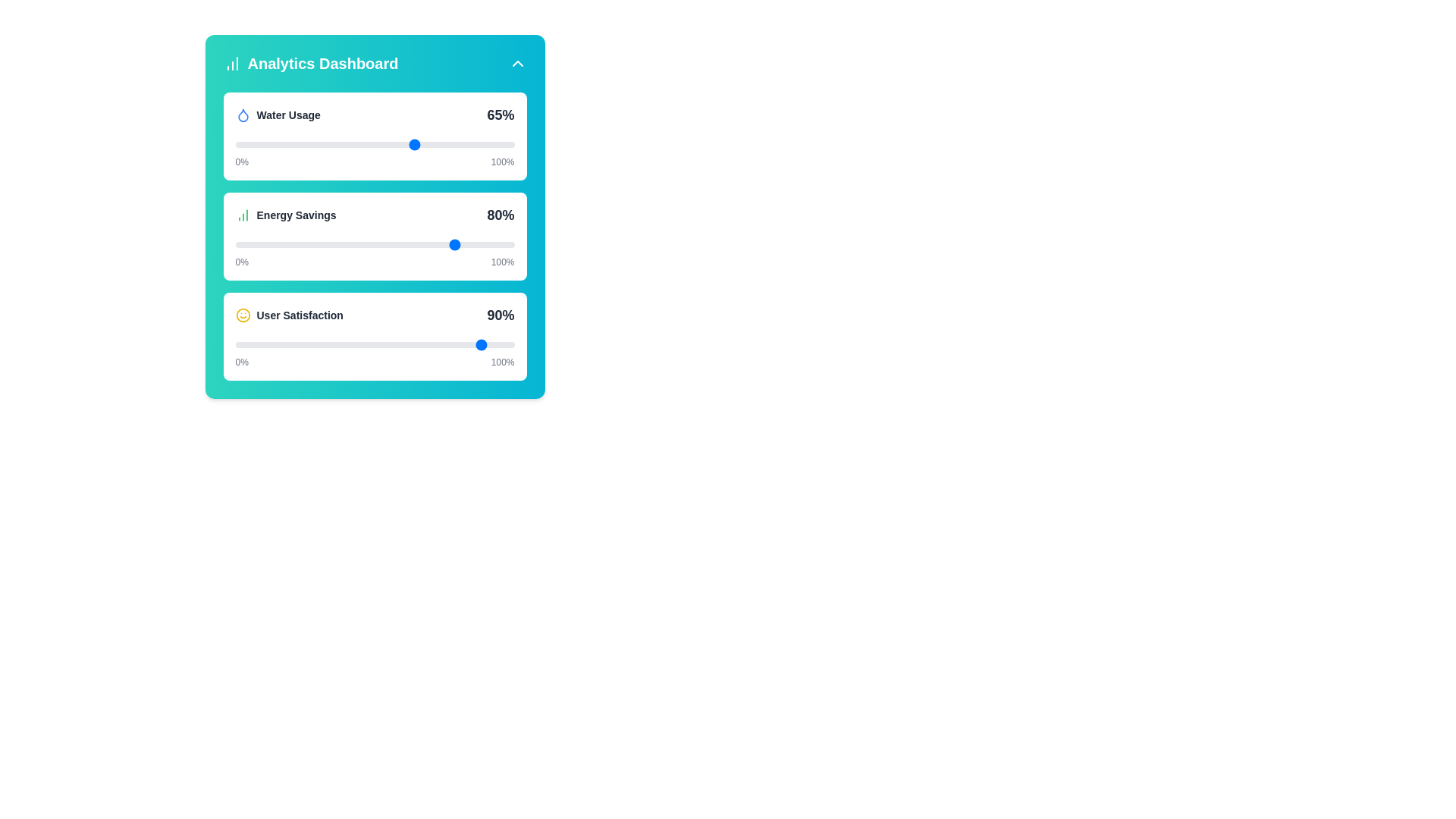 The width and height of the screenshot is (1456, 819). I want to click on the small bar chart icon located to the left of the 'Analytics Dashboard' header, which features three vertical bars of increasing height on a light teal background, so click(231, 63).